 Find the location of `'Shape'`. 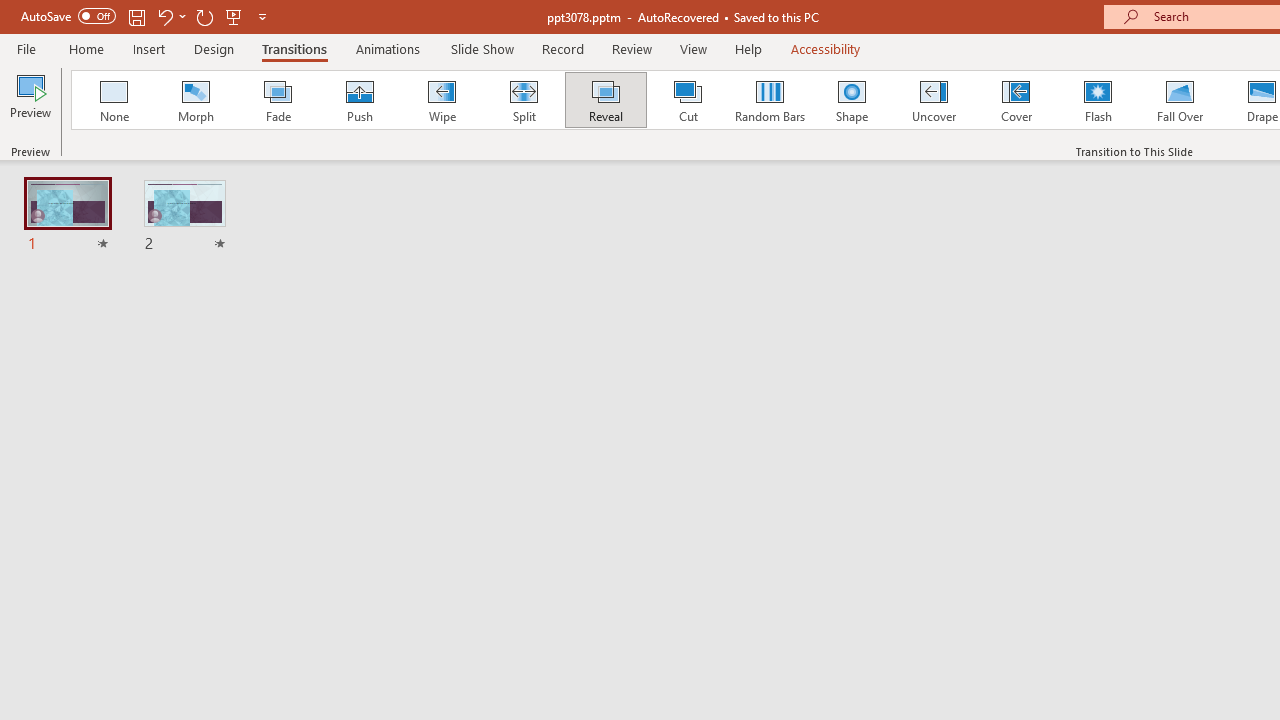

'Shape' is located at coordinates (852, 100).